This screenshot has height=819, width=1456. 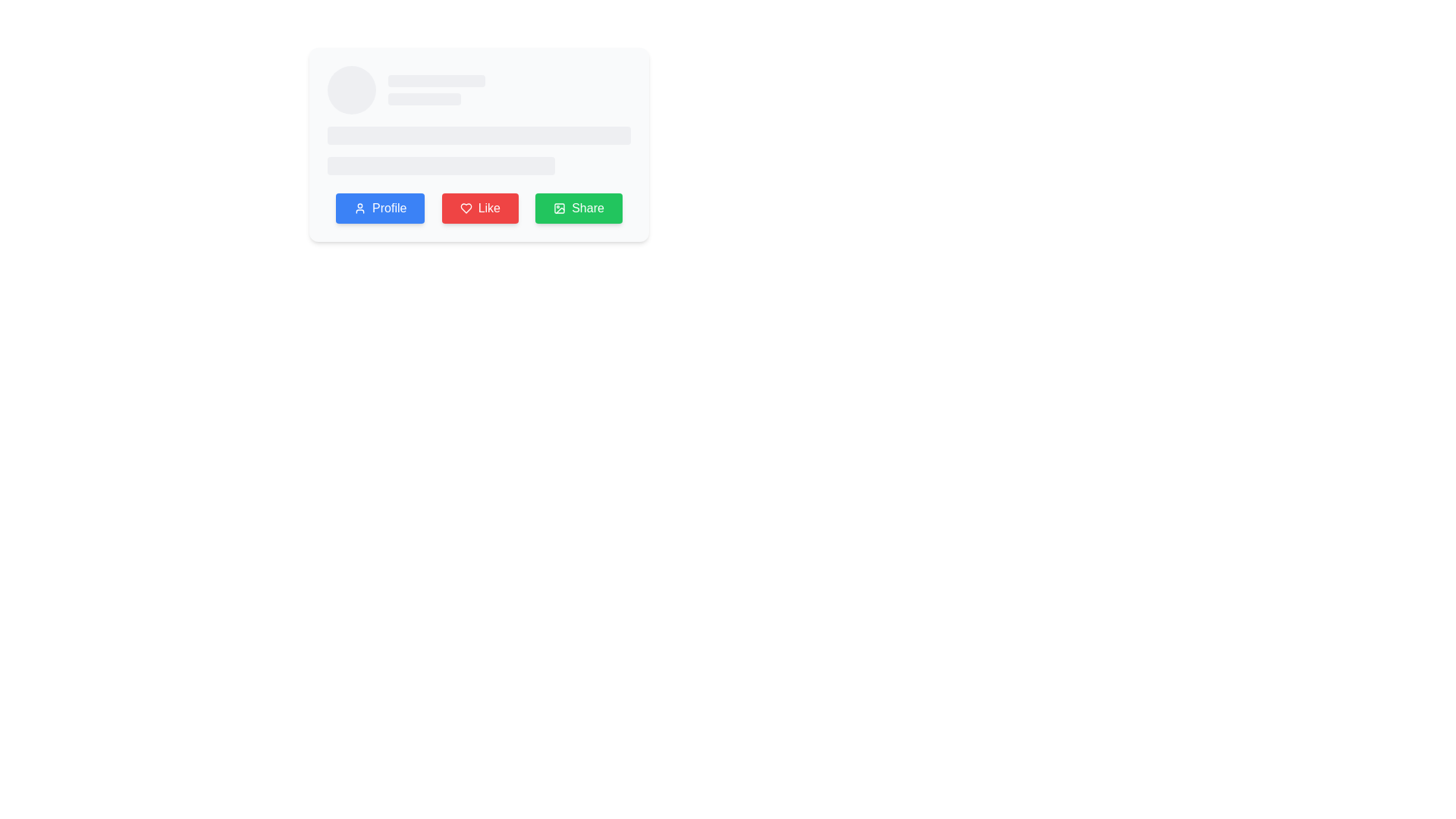 I want to click on the heart icon inside the red 'Like' button, so click(x=465, y=208).